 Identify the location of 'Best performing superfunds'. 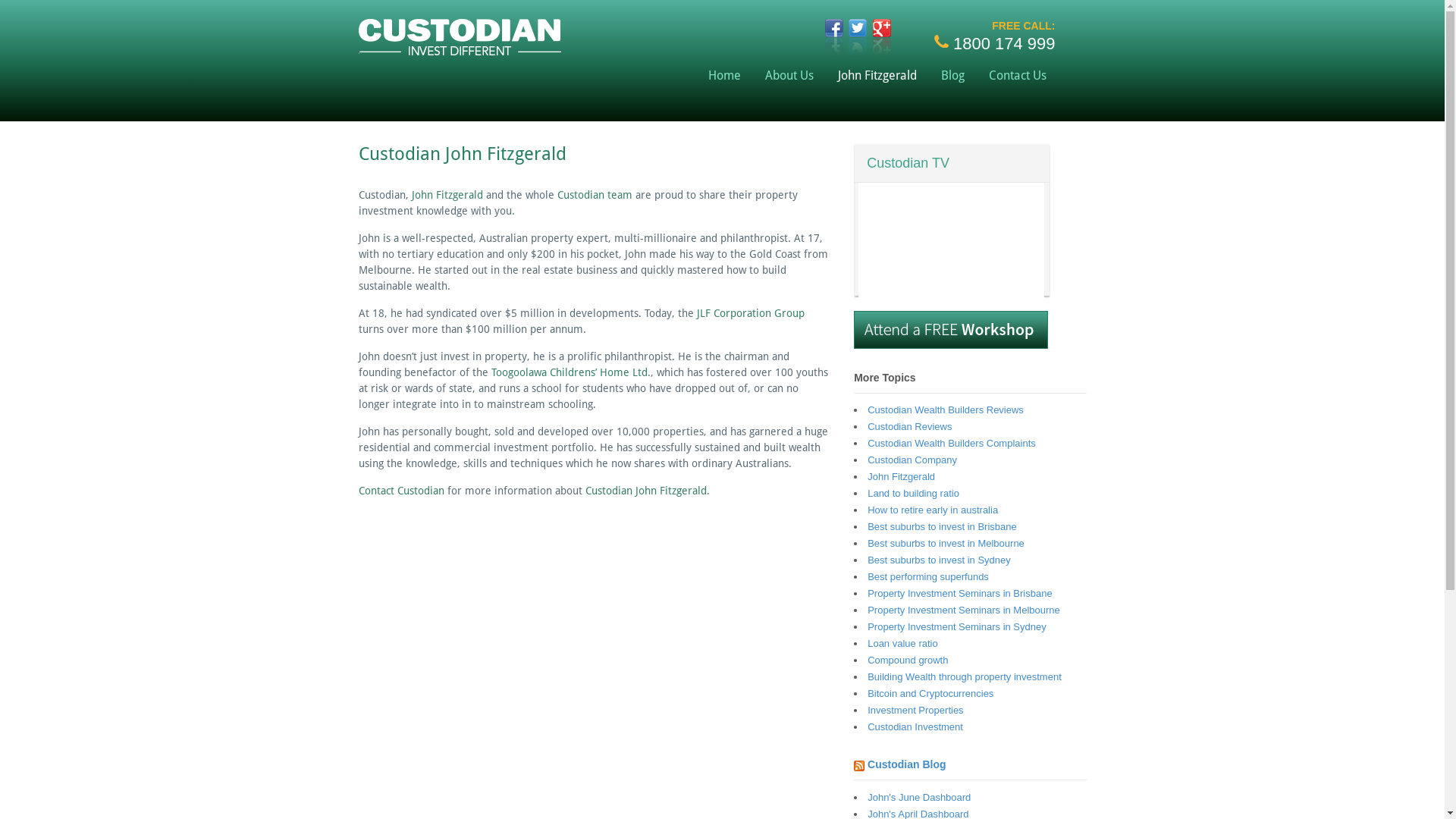
(927, 576).